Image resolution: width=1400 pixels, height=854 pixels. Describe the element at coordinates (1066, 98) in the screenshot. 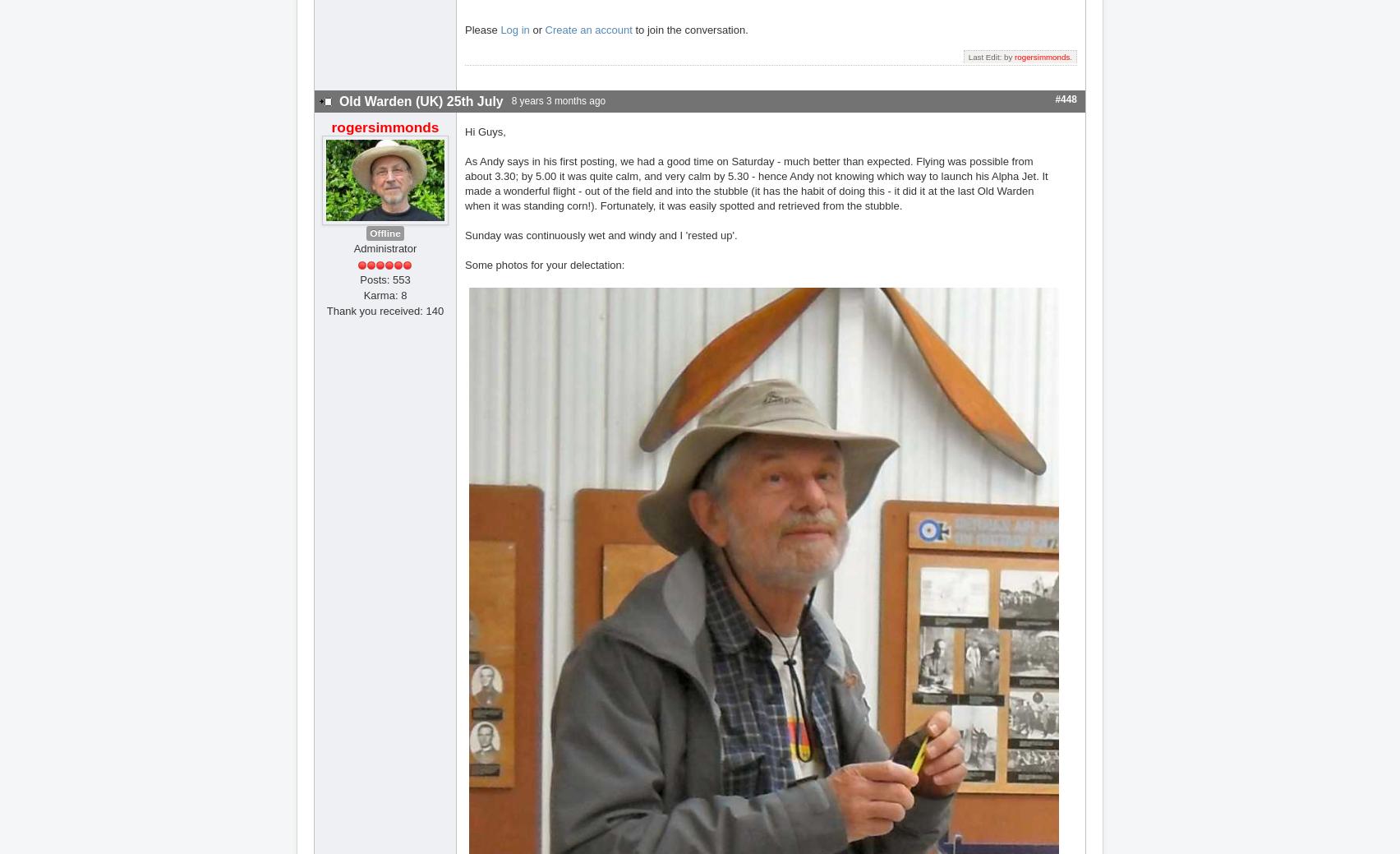

I see `'#448'` at that location.